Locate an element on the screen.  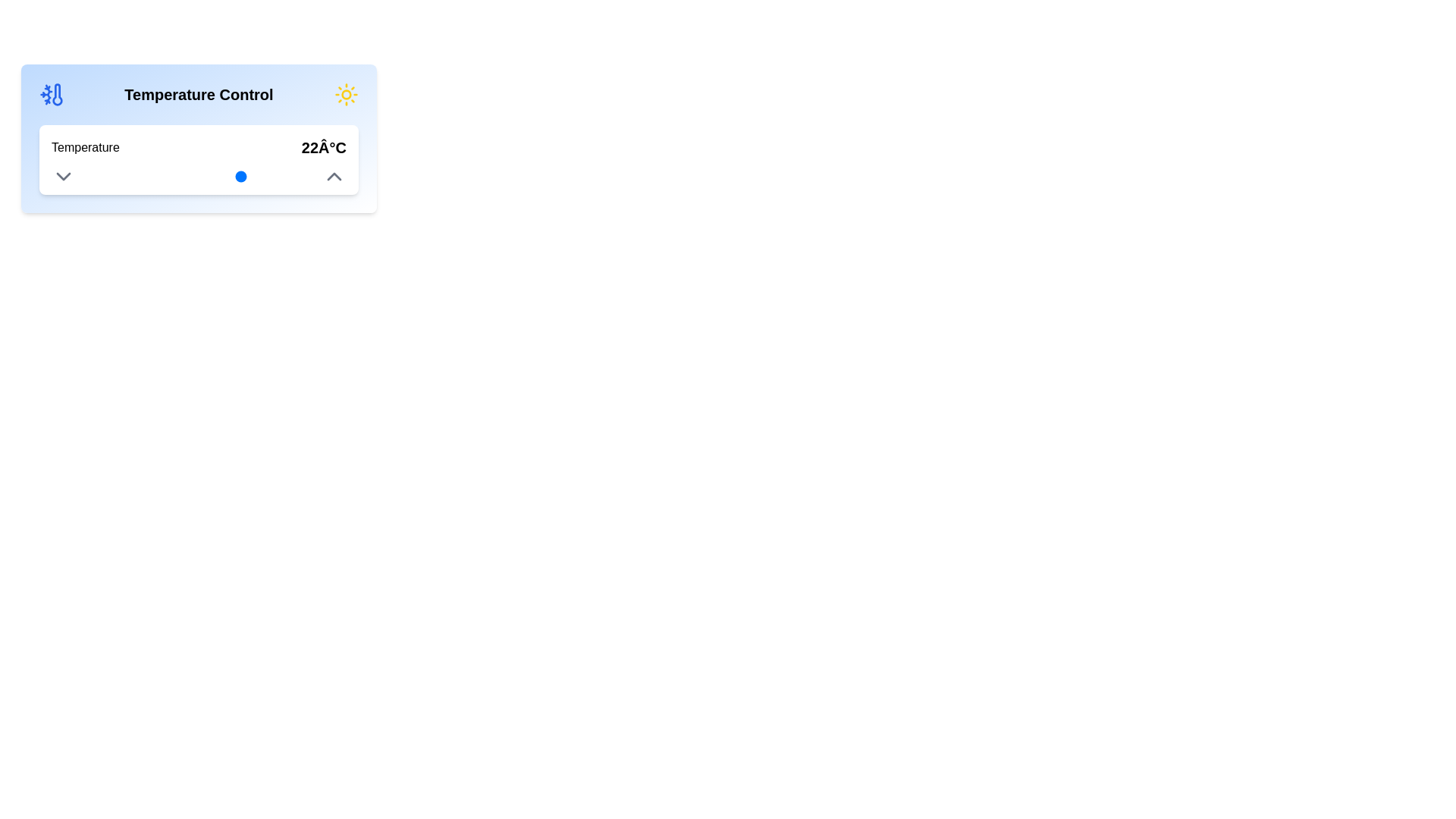
the temperature is located at coordinates (231, 175).